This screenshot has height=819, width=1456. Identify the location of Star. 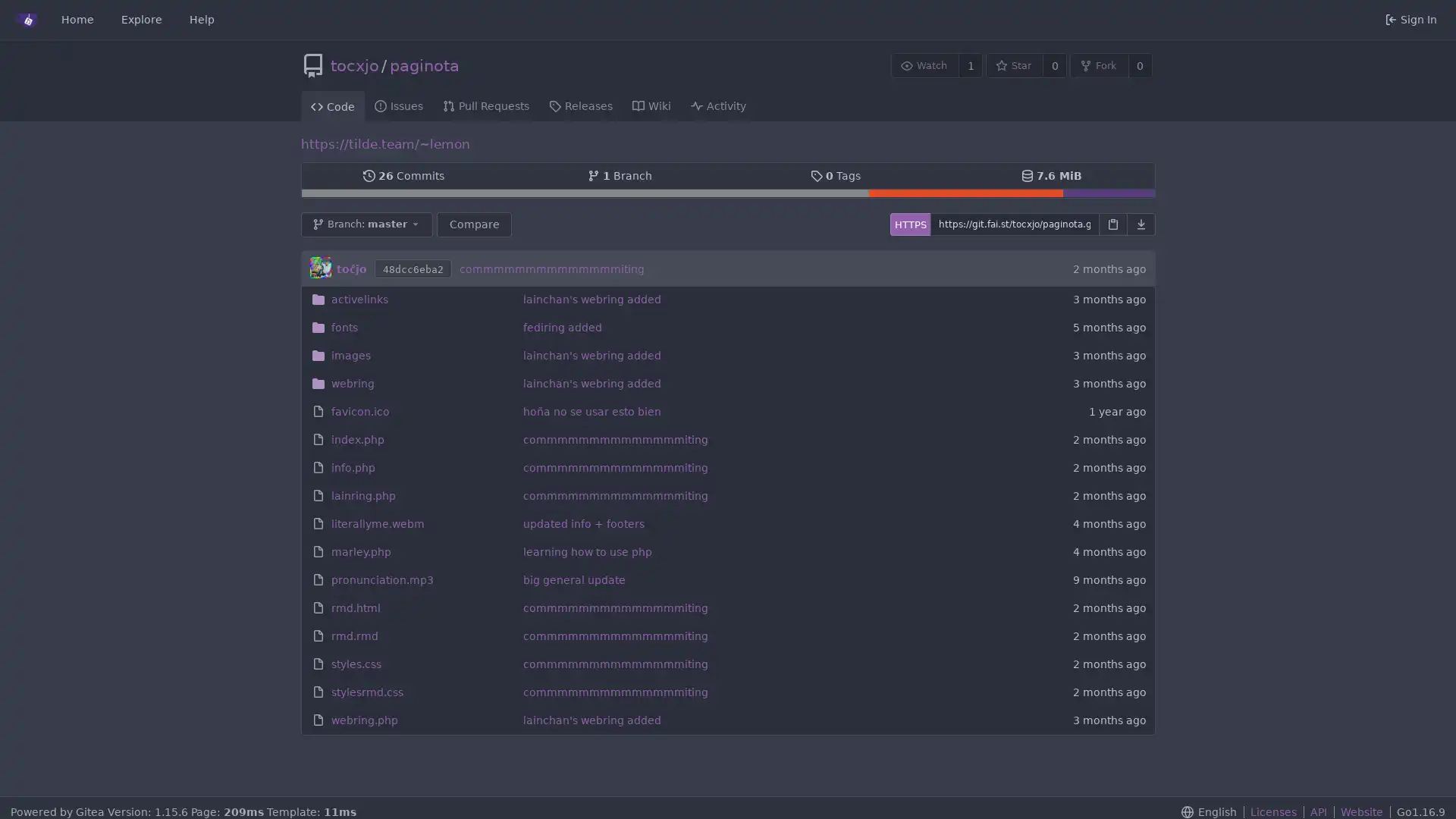
(1014, 64).